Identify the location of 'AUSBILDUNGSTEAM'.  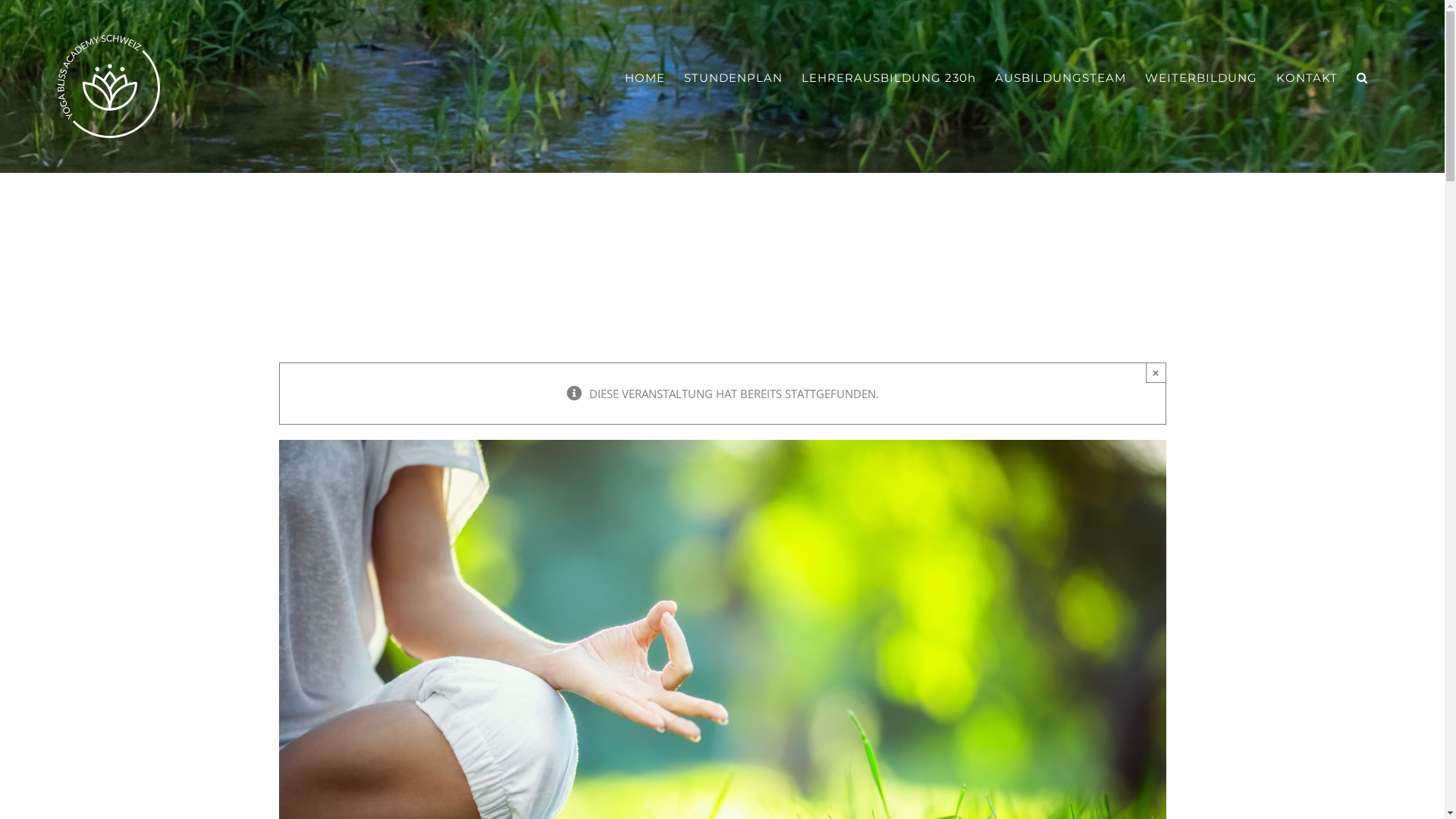
(1059, 77).